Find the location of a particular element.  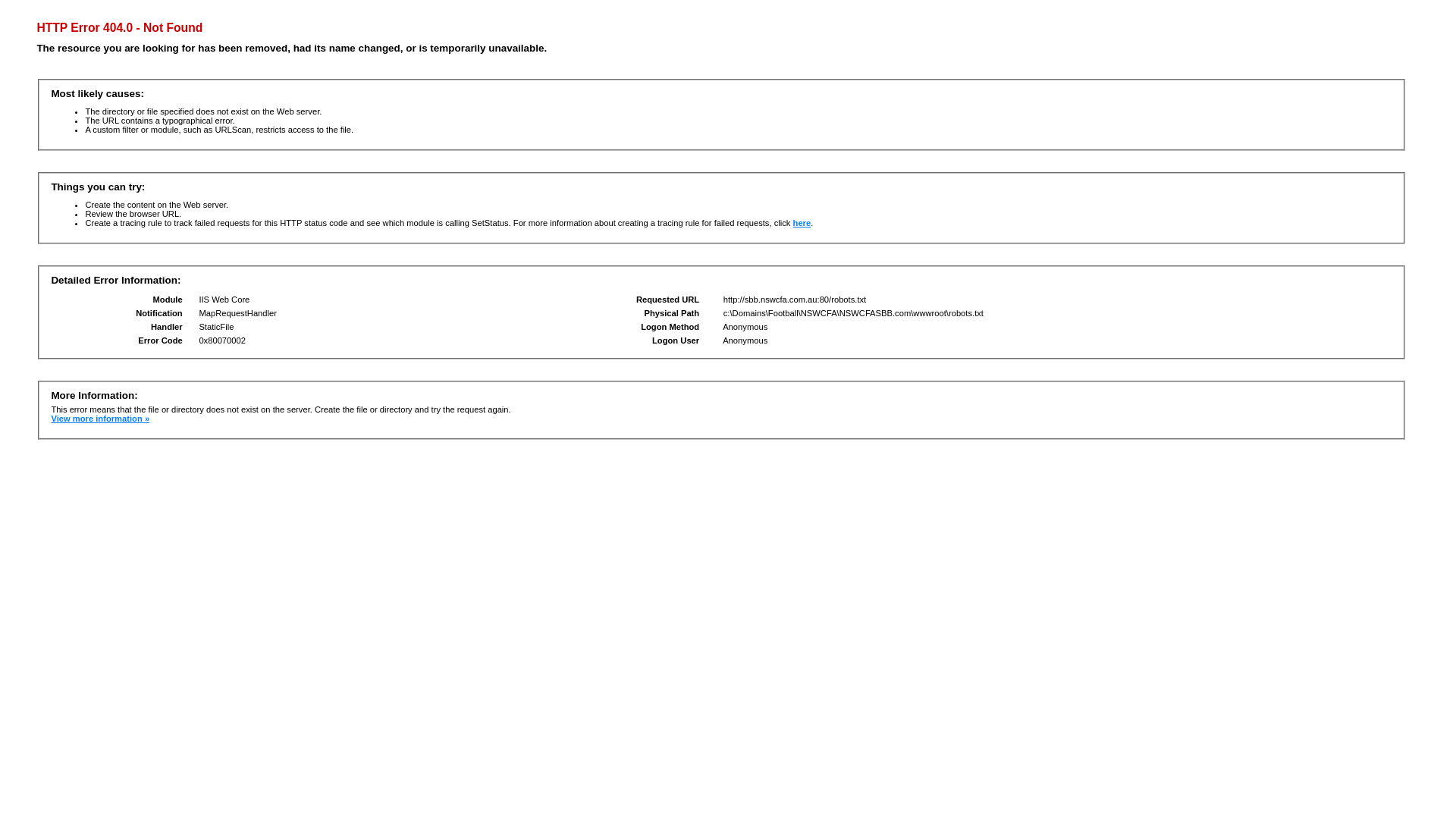

'here' is located at coordinates (801, 222).